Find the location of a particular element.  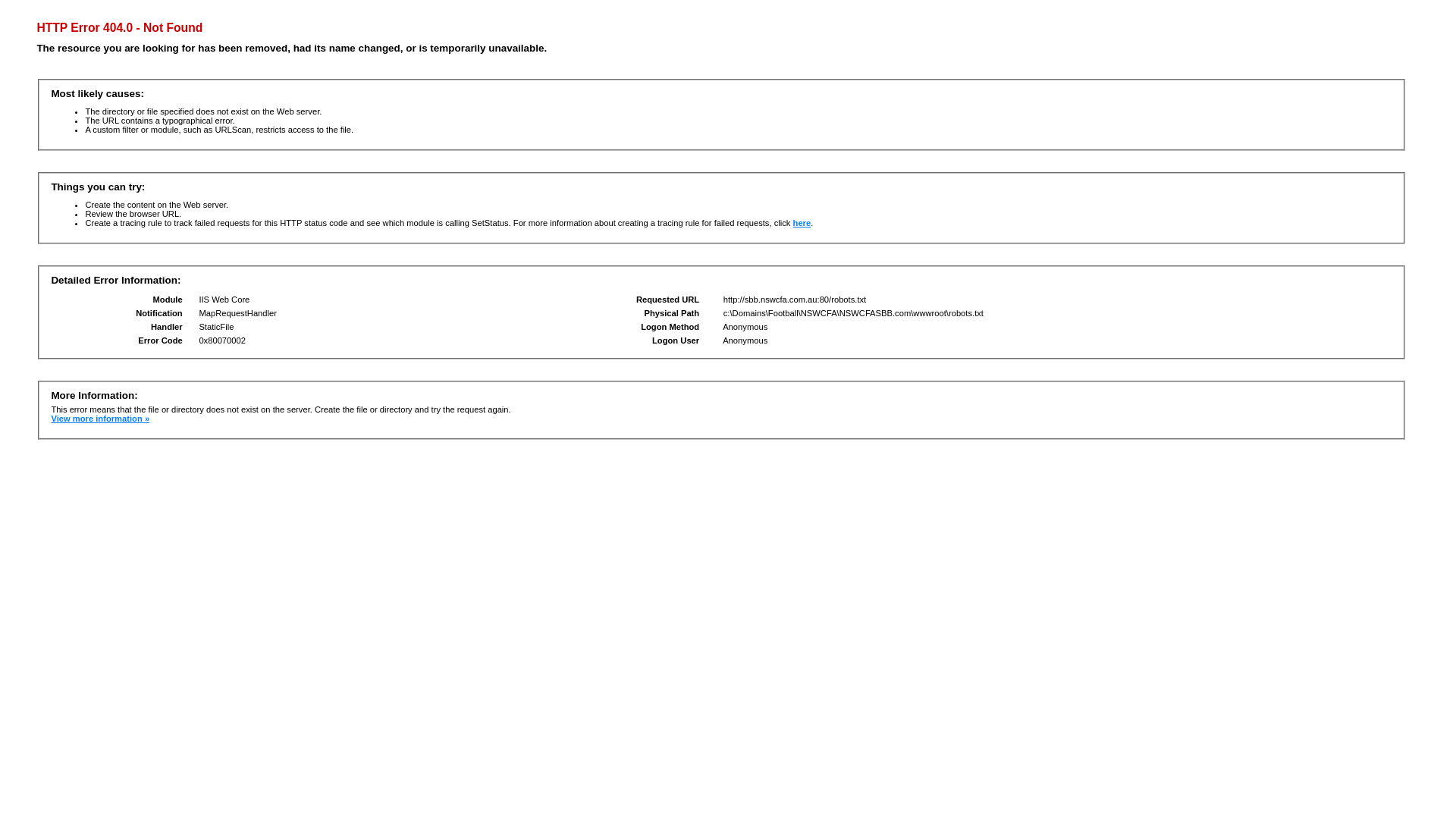

'here' is located at coordinates (801, 222).